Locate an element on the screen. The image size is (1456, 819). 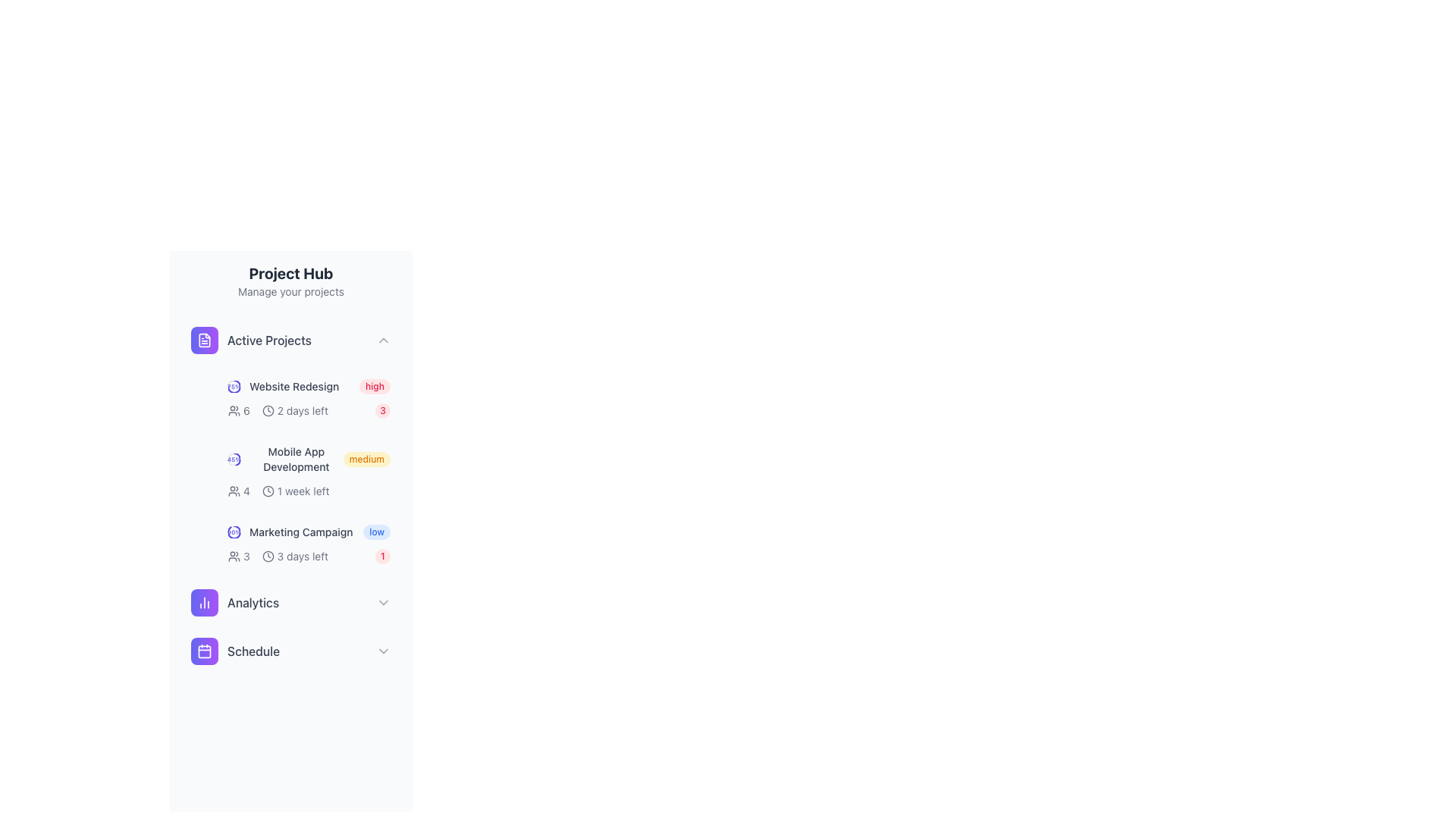
the chevron icon located to the right side of the 'Schedule' label within the rounded button group is located at coordinates (383, 651).